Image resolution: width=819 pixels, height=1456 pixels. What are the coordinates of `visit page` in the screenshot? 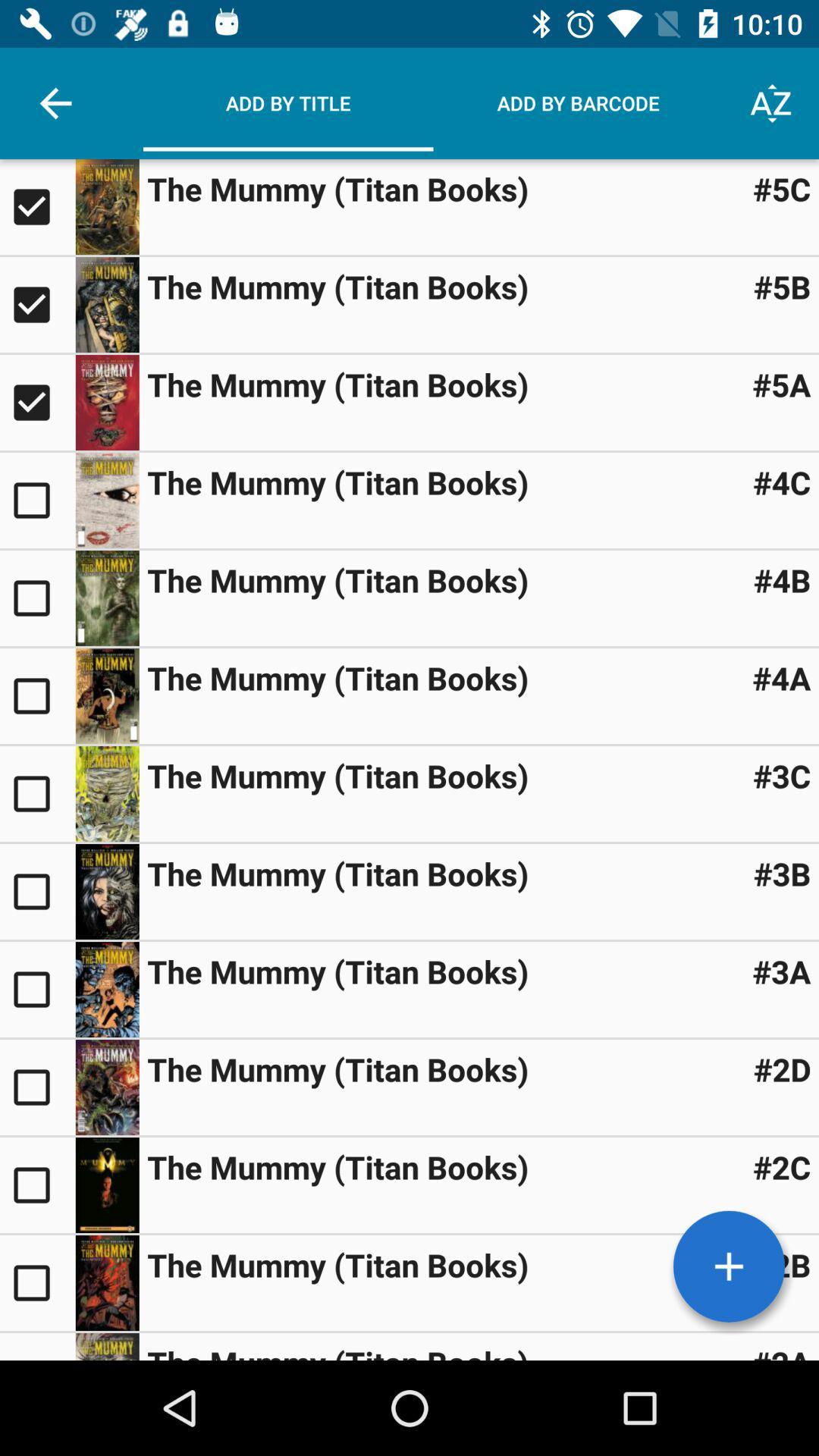 It's located at (106, 1282).